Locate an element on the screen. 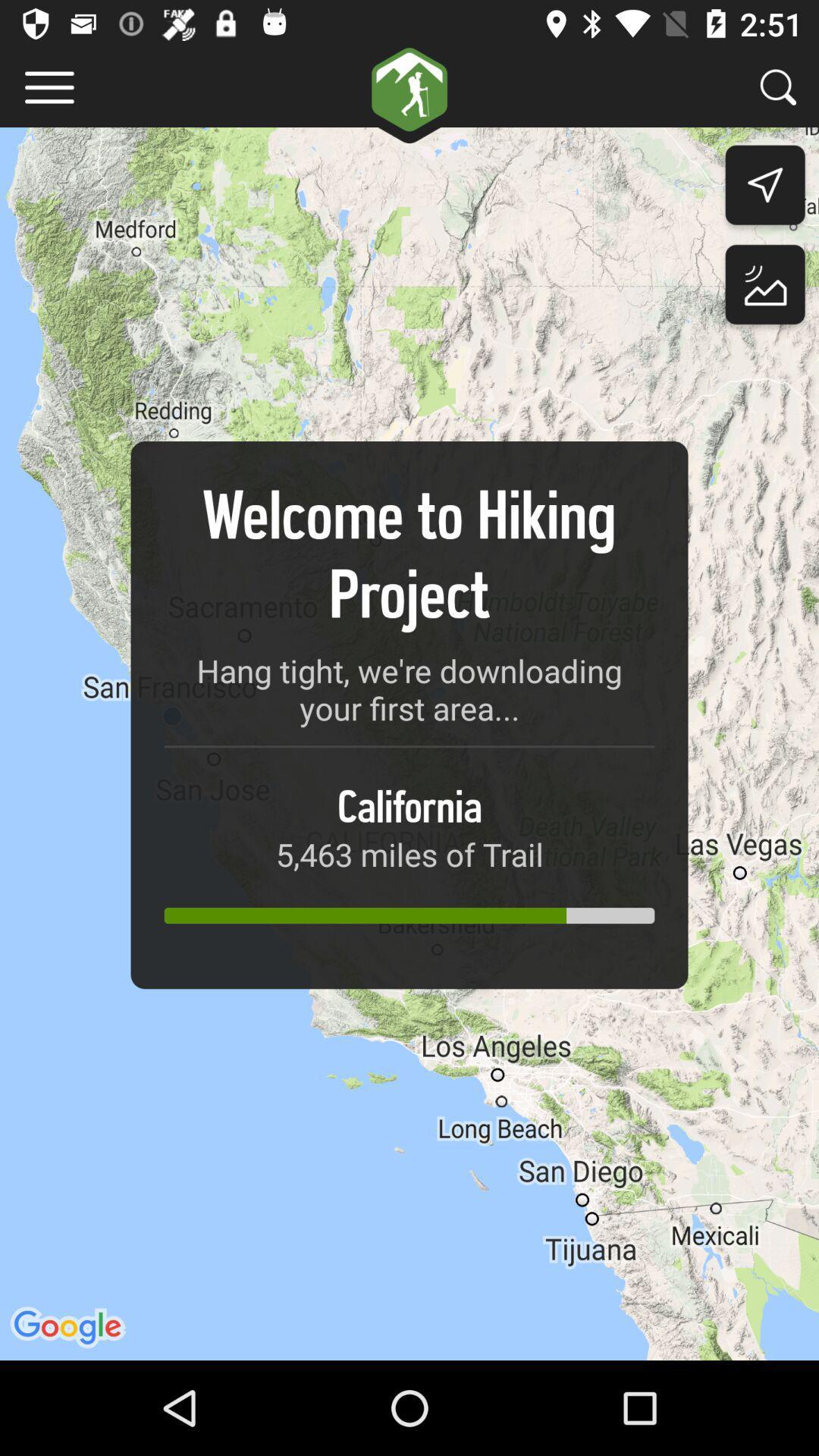 The width and height of the screenshot is (819, 1456). map is located at coordinates (765, 288).